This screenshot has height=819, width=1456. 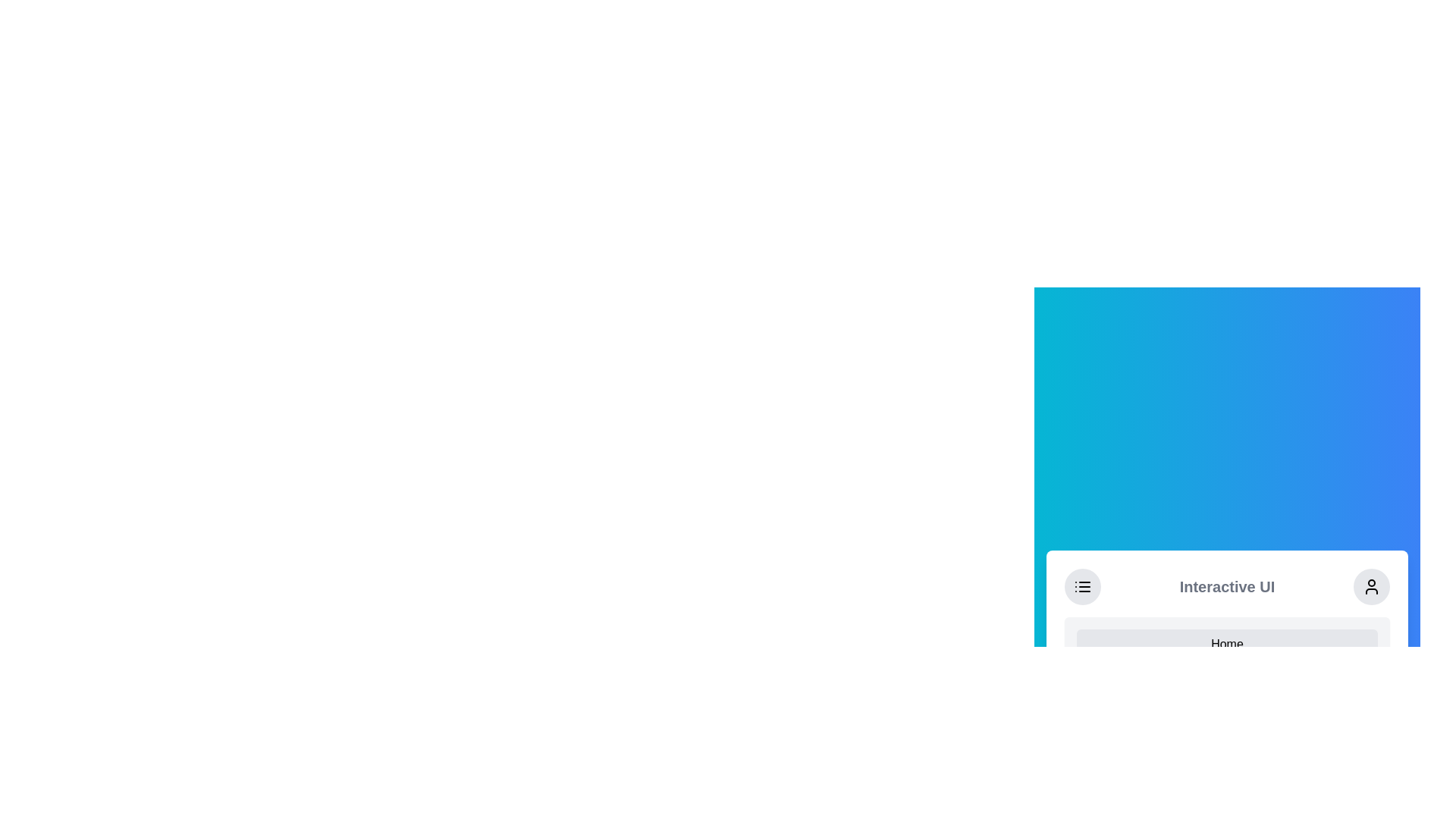 What do you see at coordinates (1372, 586) in the screenshot?
I see `the user profile icon` at bounding box center [1372, 586].